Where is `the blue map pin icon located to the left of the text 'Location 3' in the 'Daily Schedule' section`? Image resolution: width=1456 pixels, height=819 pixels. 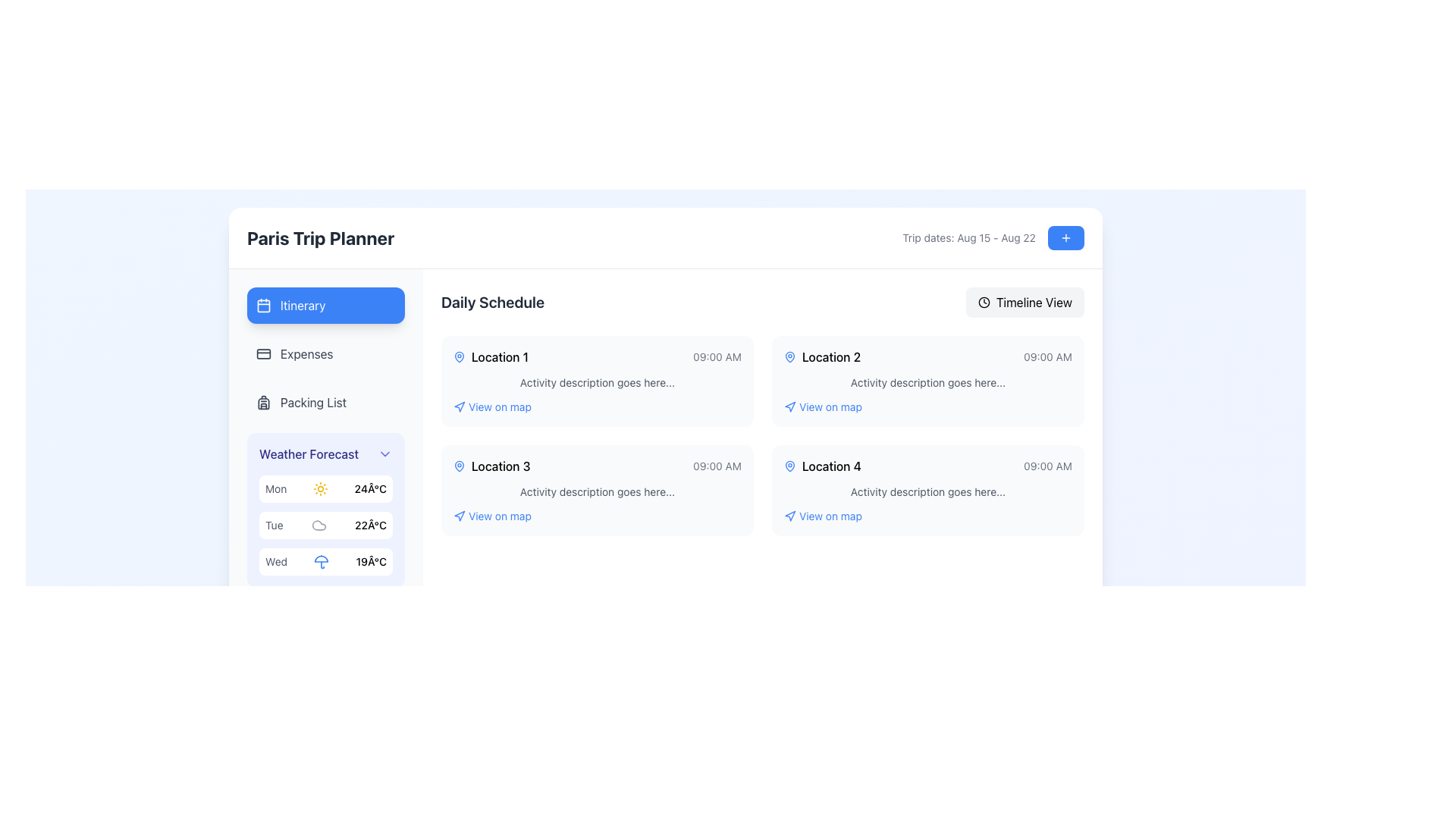 the blue map pin icon located to the left of the text 'Location 3' in the 'Daily Schedule' section is located at coordinates (458, 465).